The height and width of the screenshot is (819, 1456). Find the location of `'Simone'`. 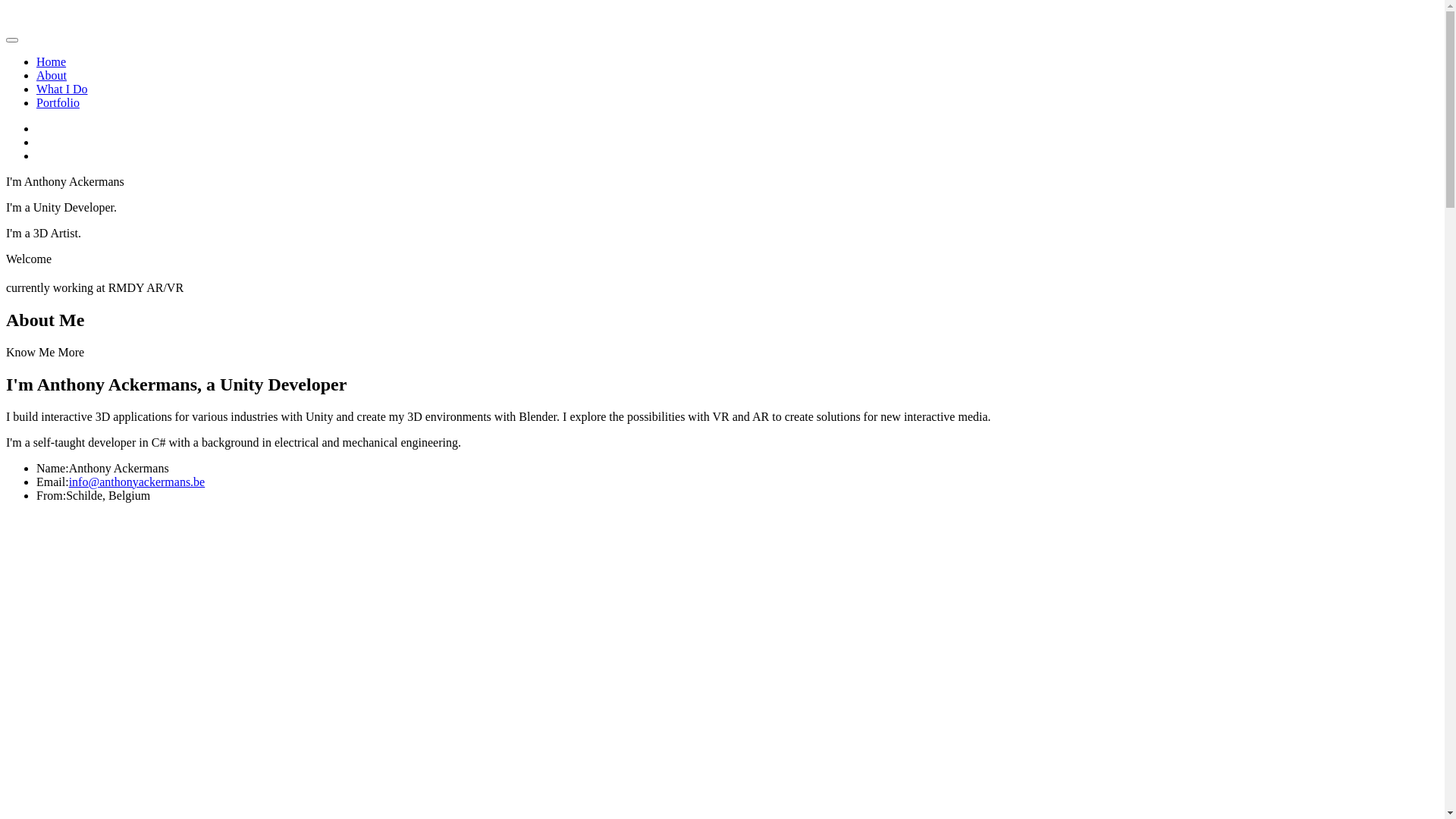

'Simone' is located at coordinates (131, 22).